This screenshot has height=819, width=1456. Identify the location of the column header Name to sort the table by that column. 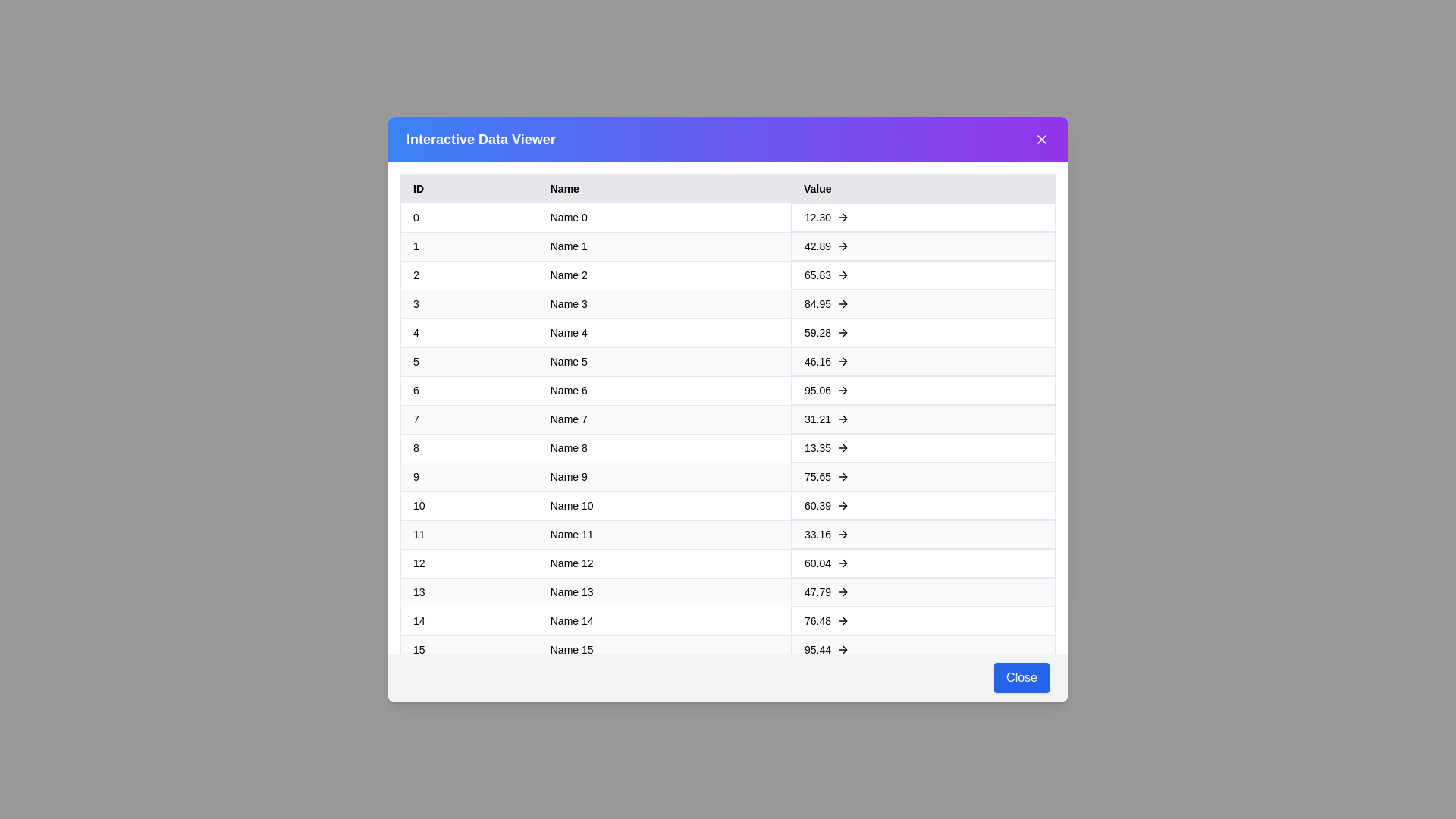
(664, 188).